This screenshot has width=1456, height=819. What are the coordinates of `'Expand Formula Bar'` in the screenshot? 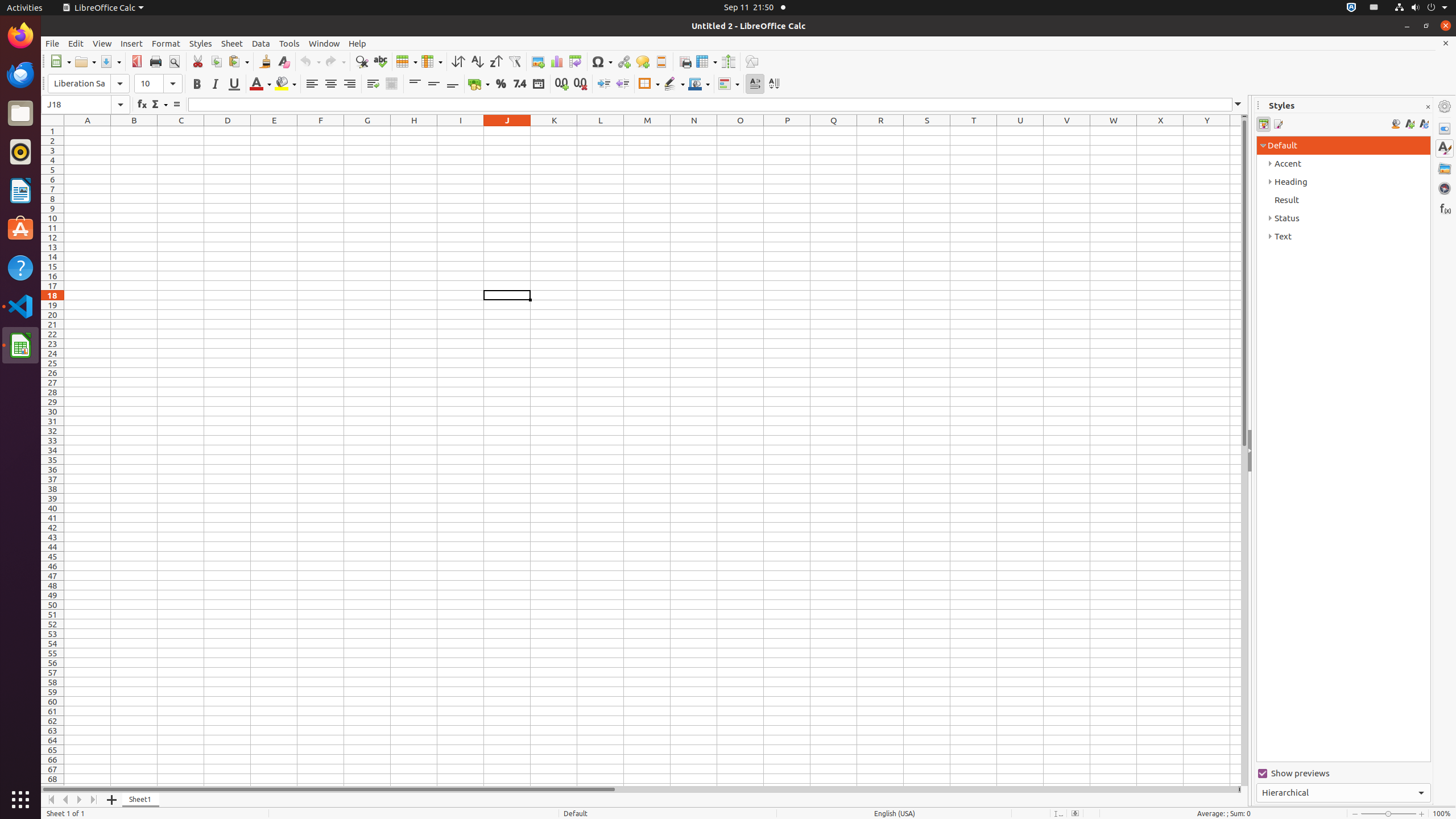 It's located at (1238, 104).